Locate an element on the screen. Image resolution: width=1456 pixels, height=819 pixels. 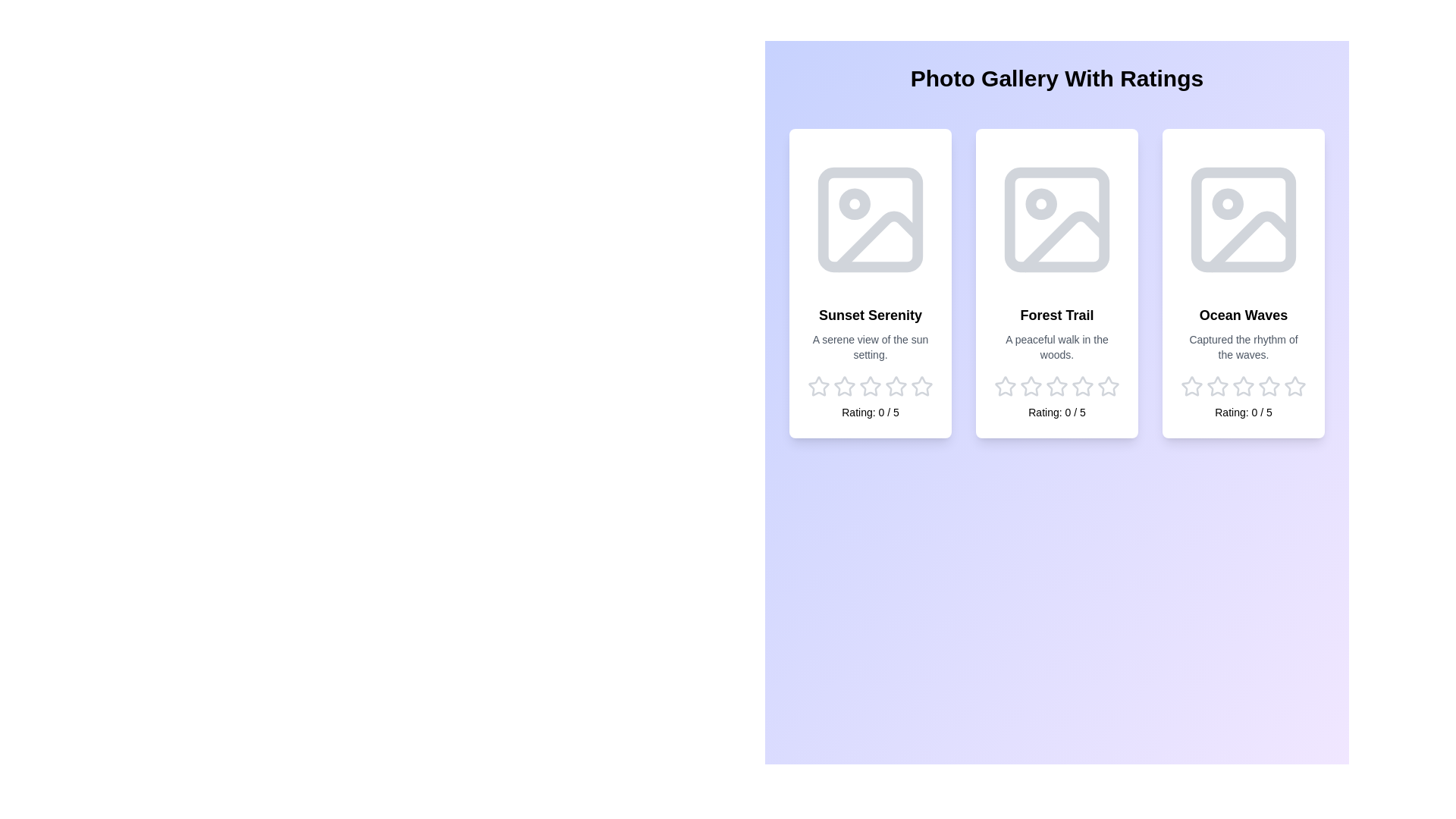
the star corresponding to the rating 5 for the image Forest Trail is located at coordinates (1109, 385).